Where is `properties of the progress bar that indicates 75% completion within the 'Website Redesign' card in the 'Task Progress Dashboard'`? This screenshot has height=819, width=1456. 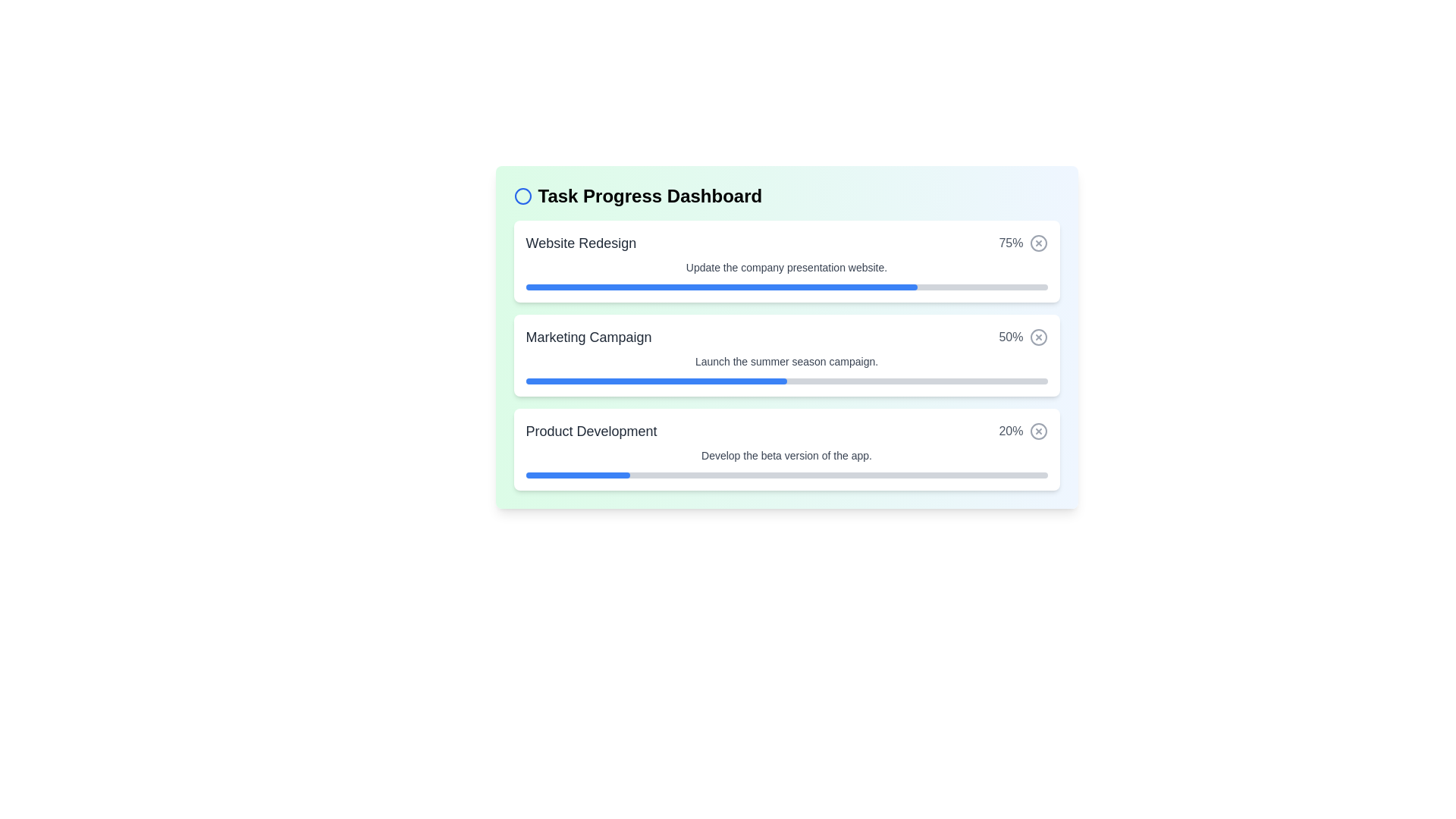 properties of the progress bar that indicates 75% completion within the 'Website Redesign' card in the 'Task Progress Dashboard' is located at coordinates (786, 287).